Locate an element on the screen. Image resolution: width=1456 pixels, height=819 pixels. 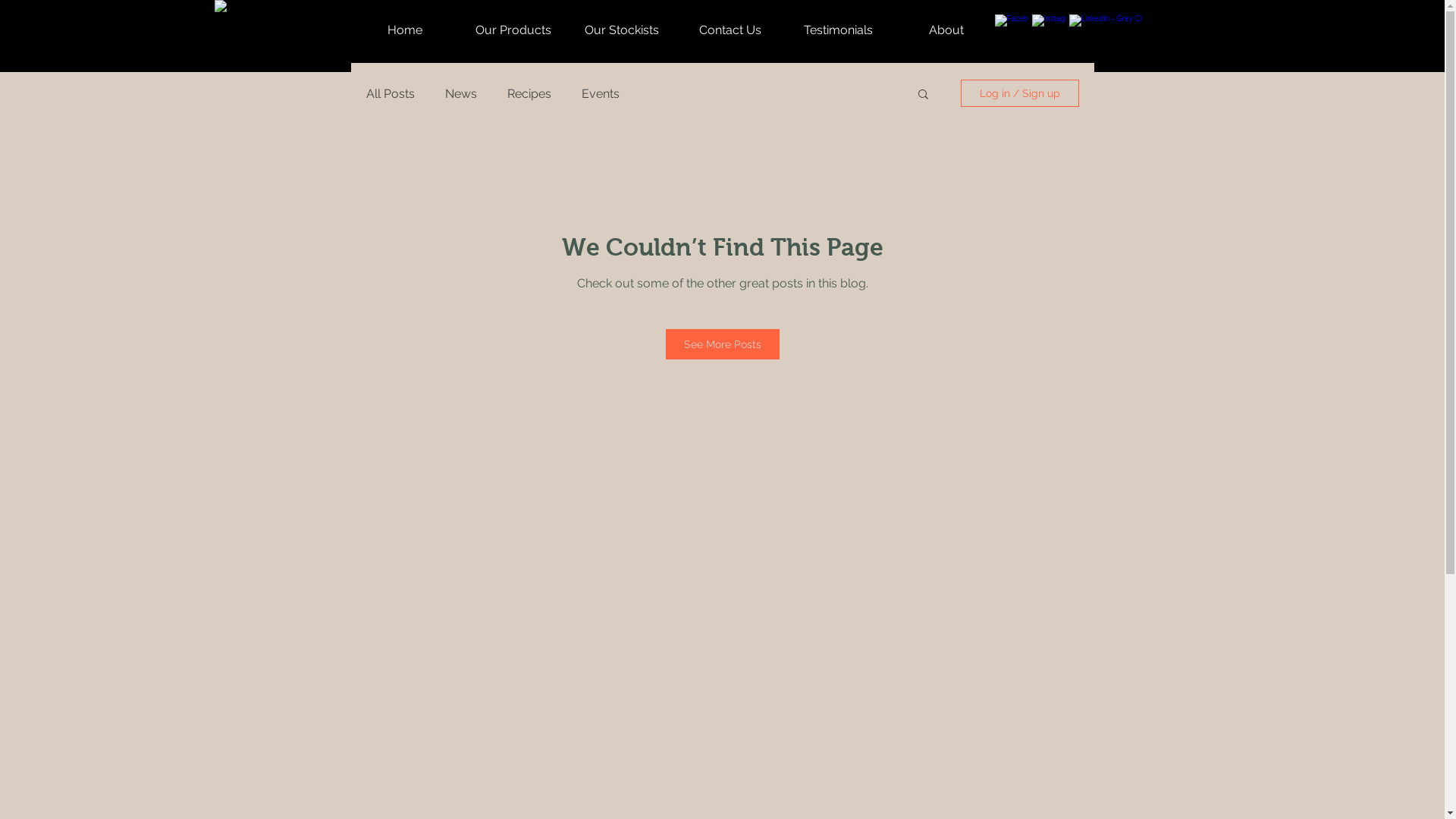
'Our Stockists' is located at coordinates (621, 30).